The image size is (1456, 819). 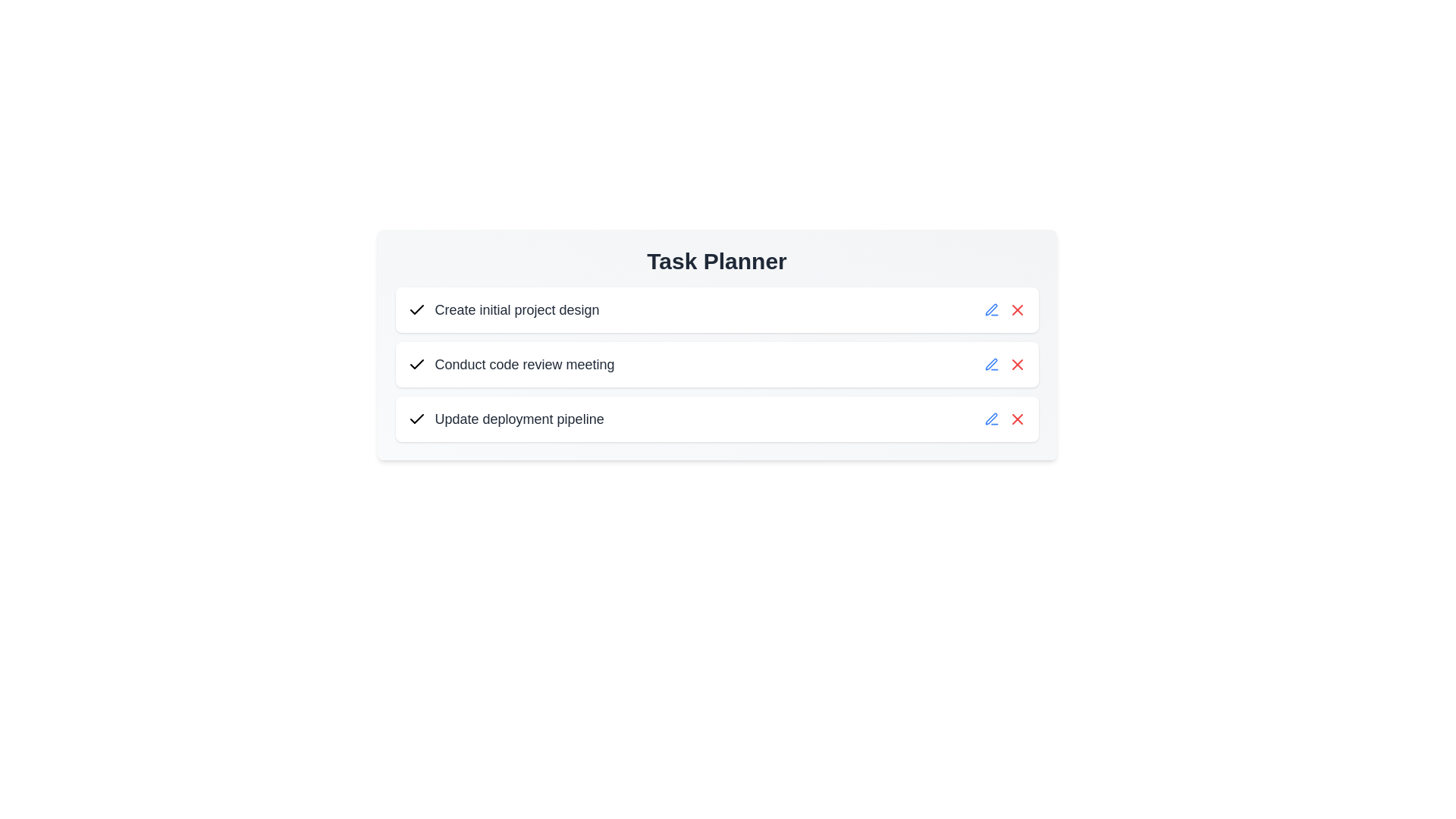 I want to click on the red 'X' icon button styled as an SVG image, so click(x=1017, y=309).